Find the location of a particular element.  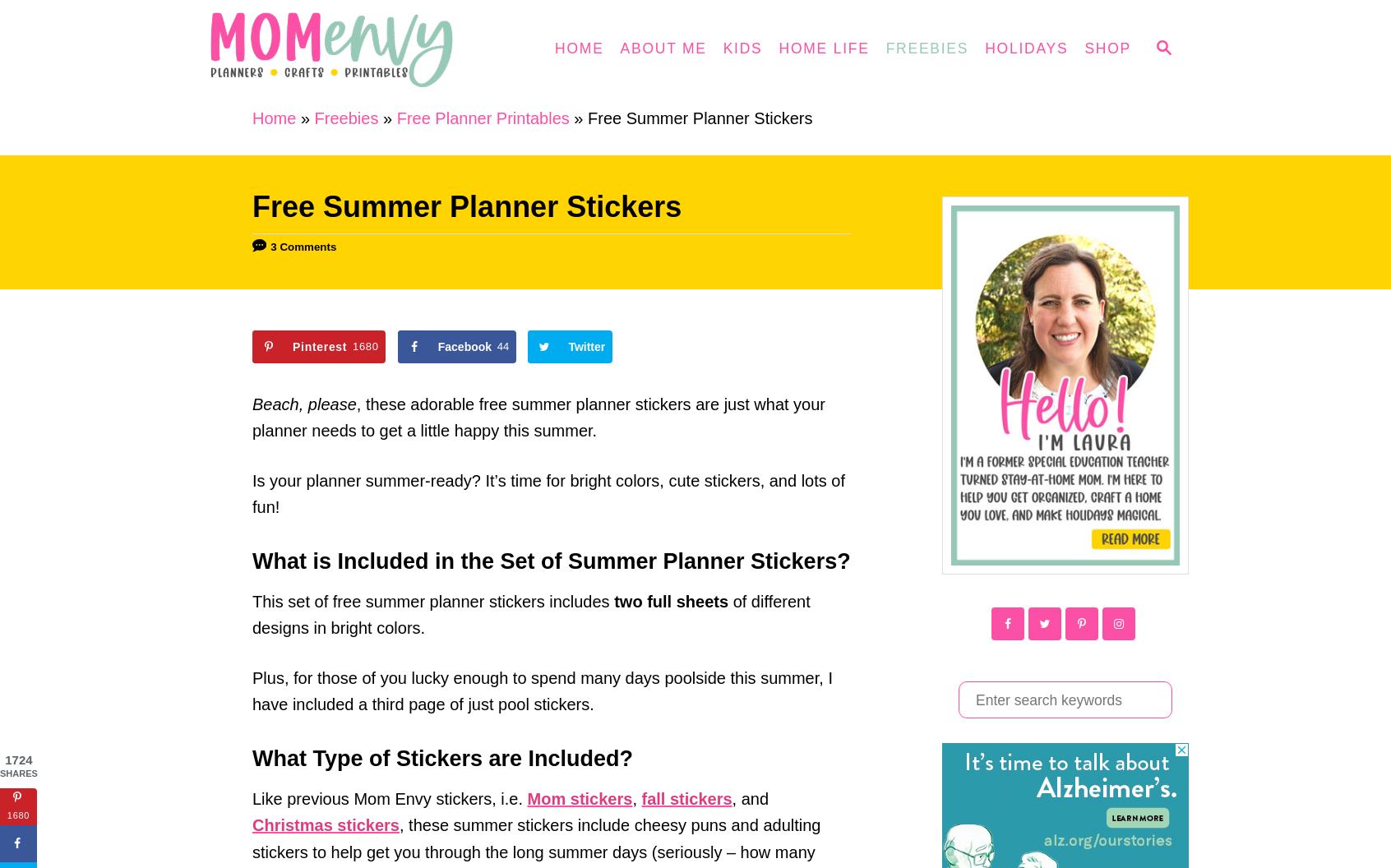

'Contact Laura' is located at coordinates (529, 89).